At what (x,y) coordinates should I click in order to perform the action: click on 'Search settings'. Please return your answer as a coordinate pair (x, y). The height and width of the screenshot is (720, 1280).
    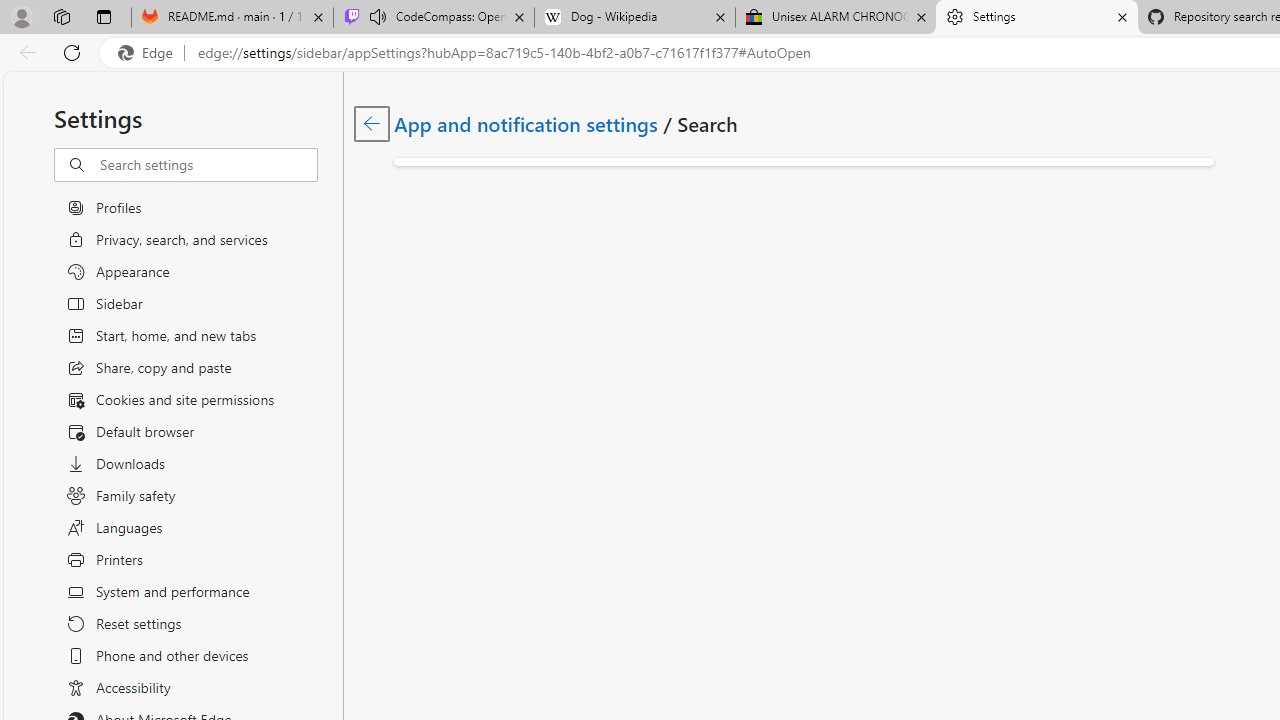
    Looking at the image, I should click on (208, 164).